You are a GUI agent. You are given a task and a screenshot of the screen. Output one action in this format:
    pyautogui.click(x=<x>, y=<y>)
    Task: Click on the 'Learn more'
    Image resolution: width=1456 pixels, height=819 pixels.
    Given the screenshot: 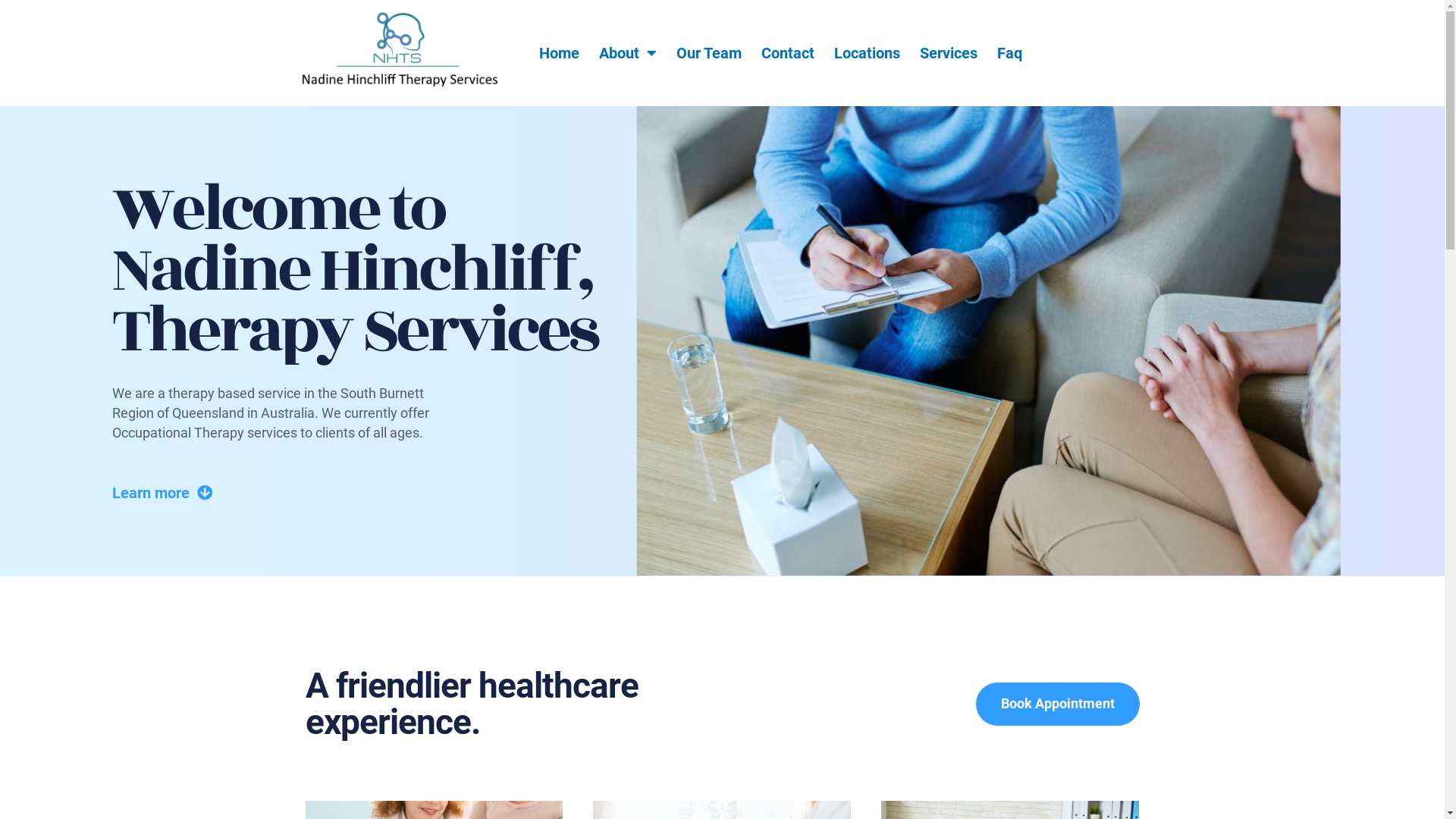 What is the action you would take?
    pyautogui.click(x=162, y=493)
    